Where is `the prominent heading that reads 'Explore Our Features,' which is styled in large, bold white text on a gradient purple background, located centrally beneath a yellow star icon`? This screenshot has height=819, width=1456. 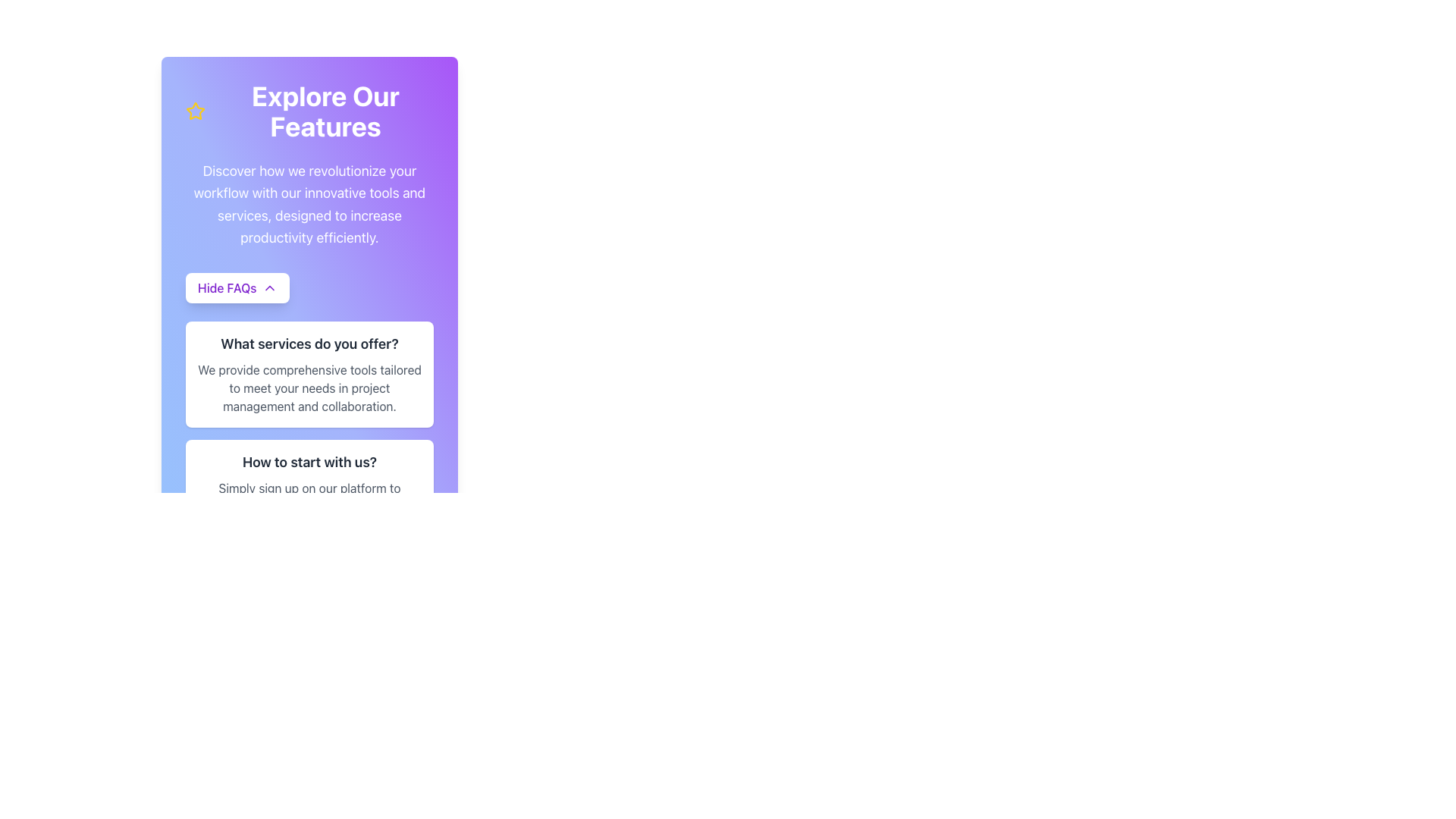
the prominent heading that reads 'Explore Our Features,' which is styled in large, bold white text on a gradient purple background, located centrally beneath a yellow star icon is located at coordinates (325, 110).